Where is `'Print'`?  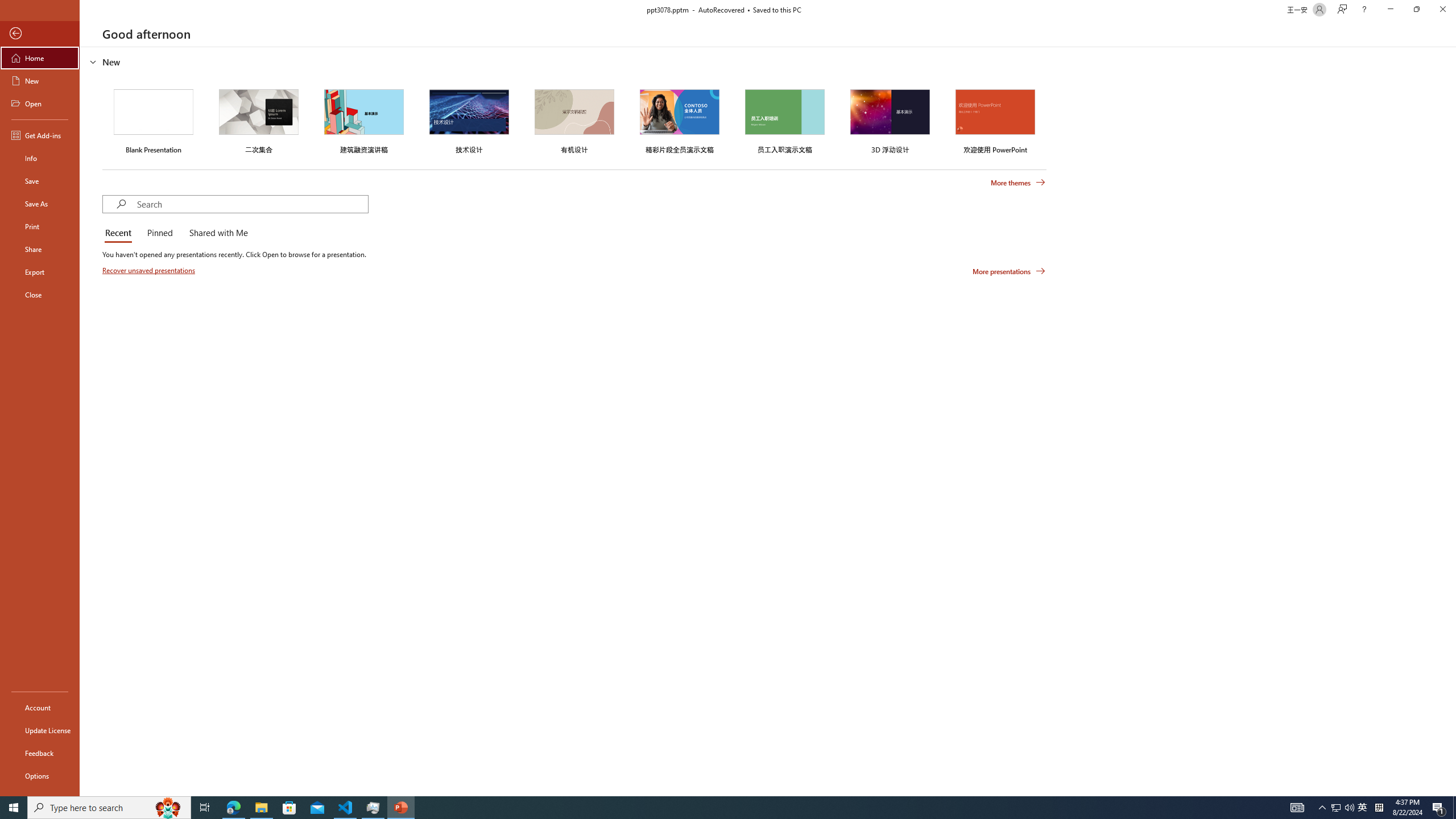
'Print' is located at coordinates (39, 226).